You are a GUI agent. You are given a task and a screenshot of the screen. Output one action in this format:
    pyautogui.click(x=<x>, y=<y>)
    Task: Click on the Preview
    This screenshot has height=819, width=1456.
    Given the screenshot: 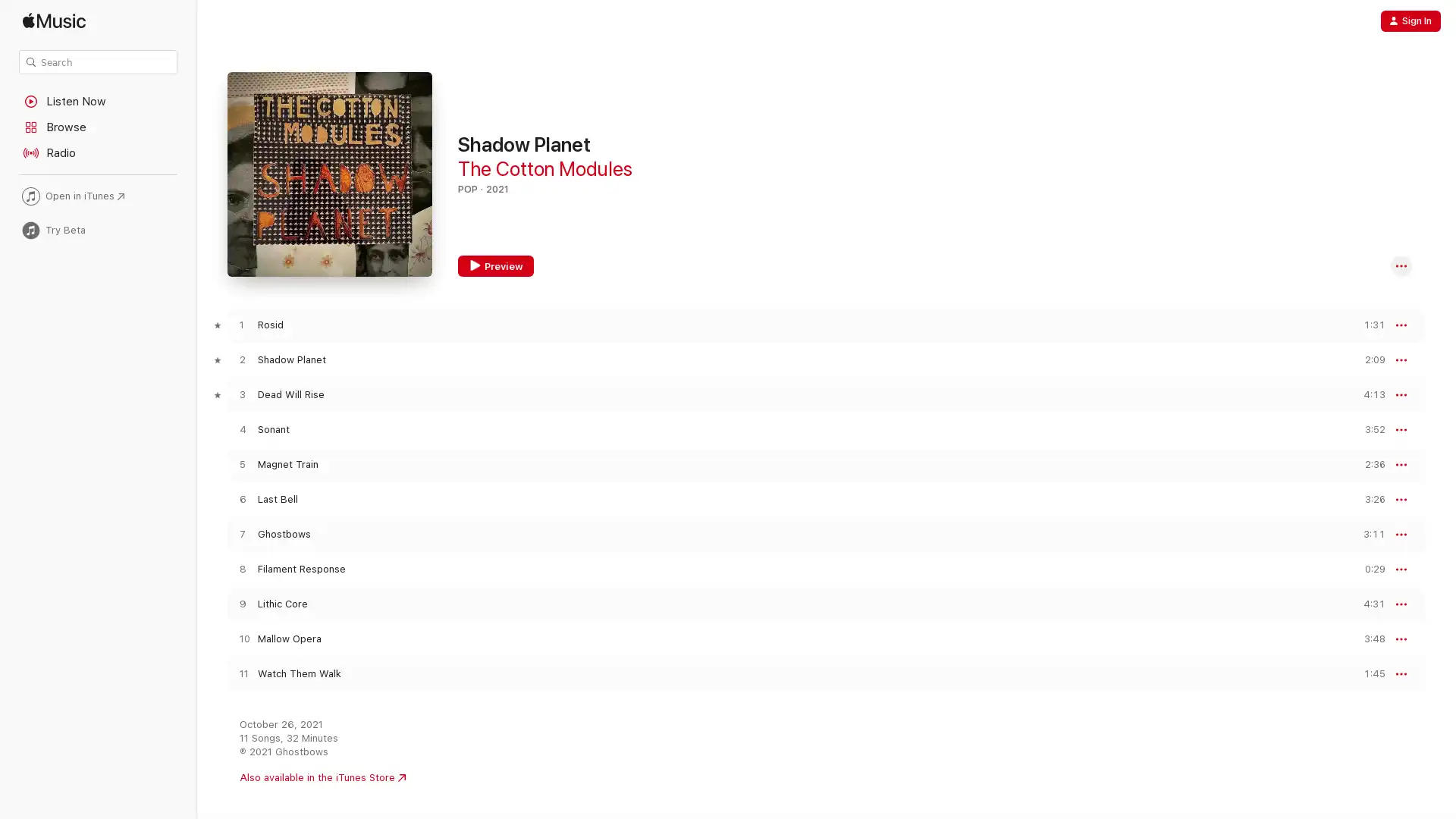 What is the action you would take?
    pyautogui.click(x=1368, y=394)
    